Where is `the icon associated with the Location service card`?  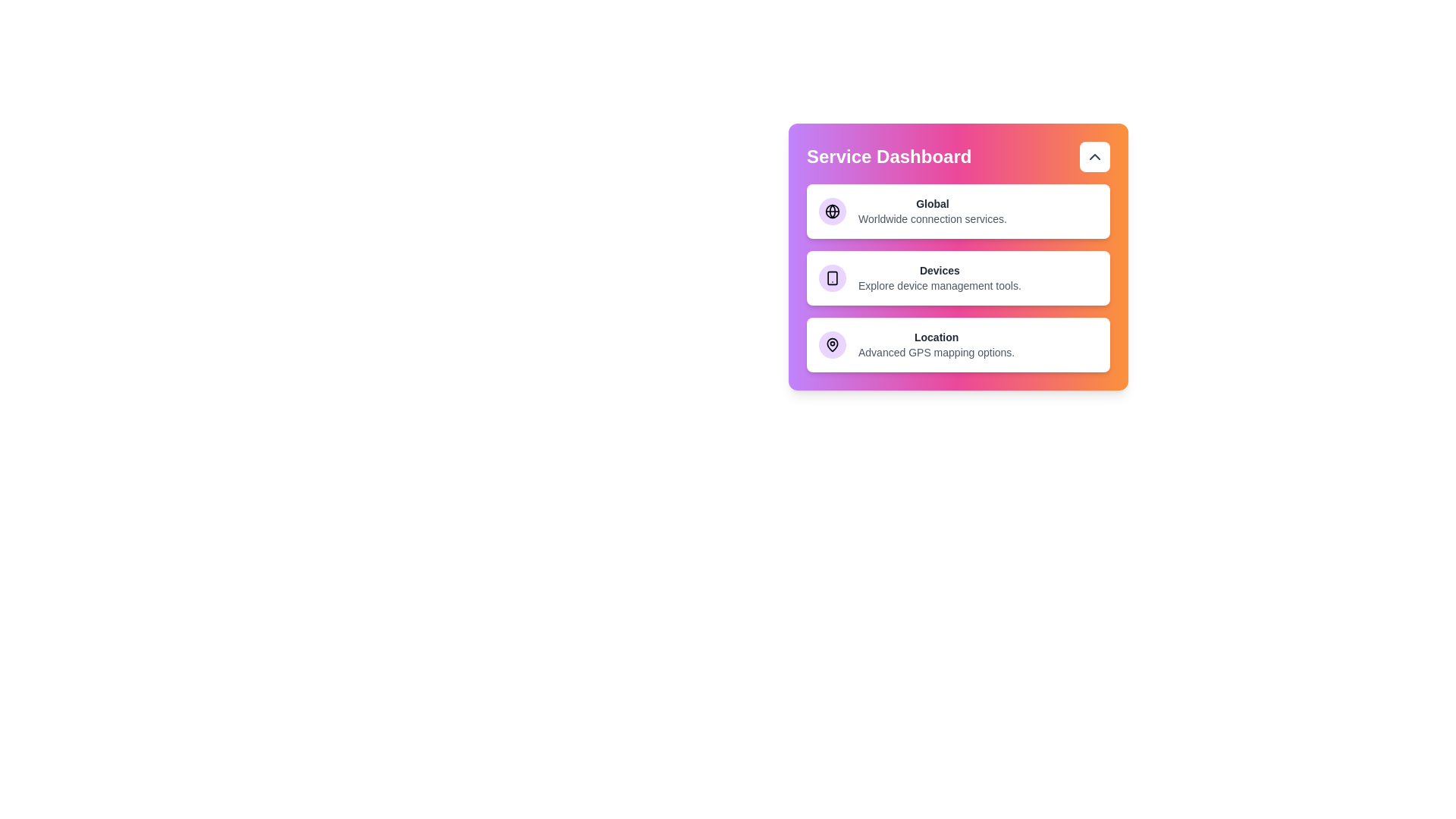
the icon associated with the Location service card is located at coordinates (832, 345).